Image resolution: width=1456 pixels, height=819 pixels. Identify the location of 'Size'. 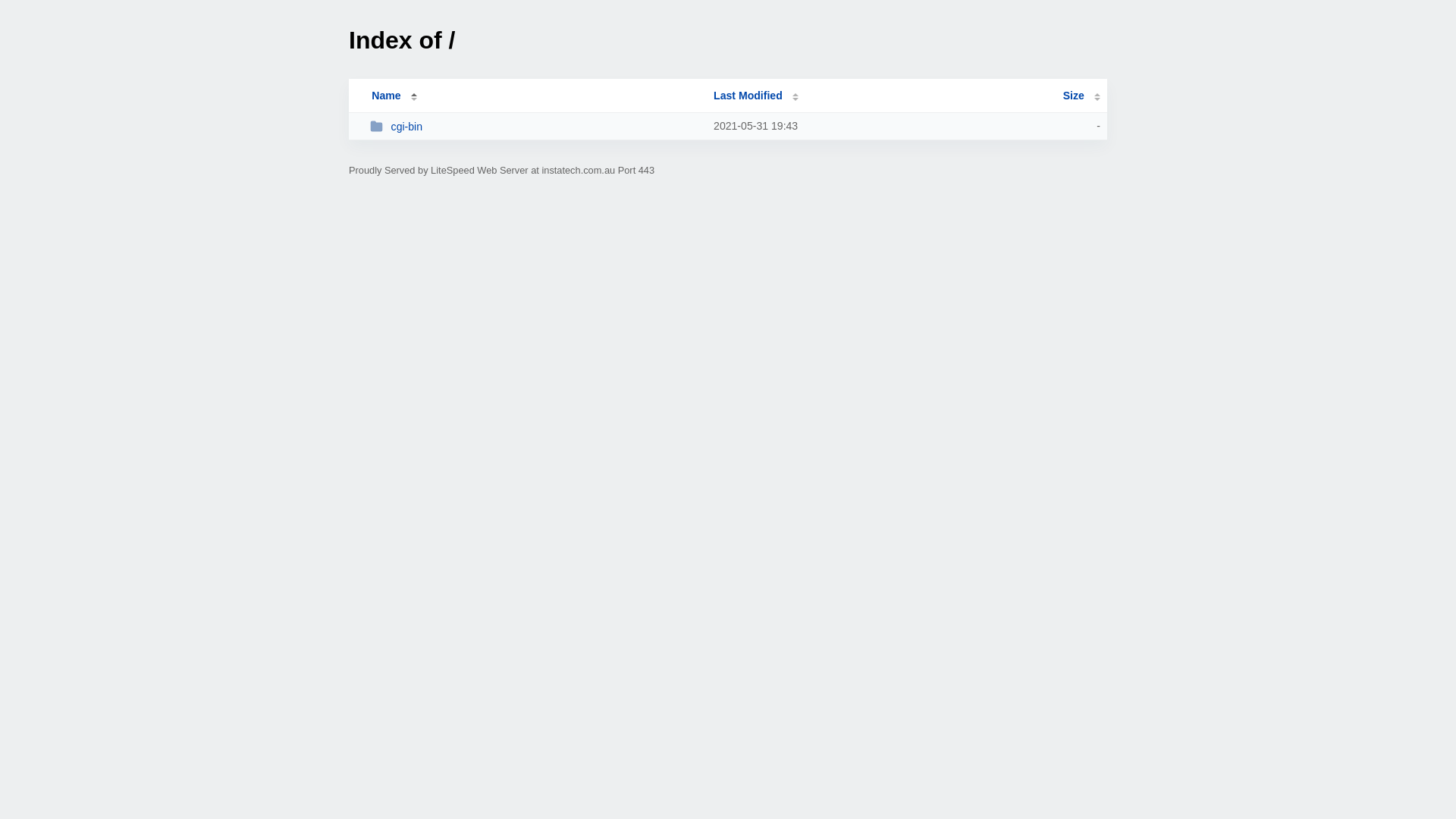
(1062, 96).